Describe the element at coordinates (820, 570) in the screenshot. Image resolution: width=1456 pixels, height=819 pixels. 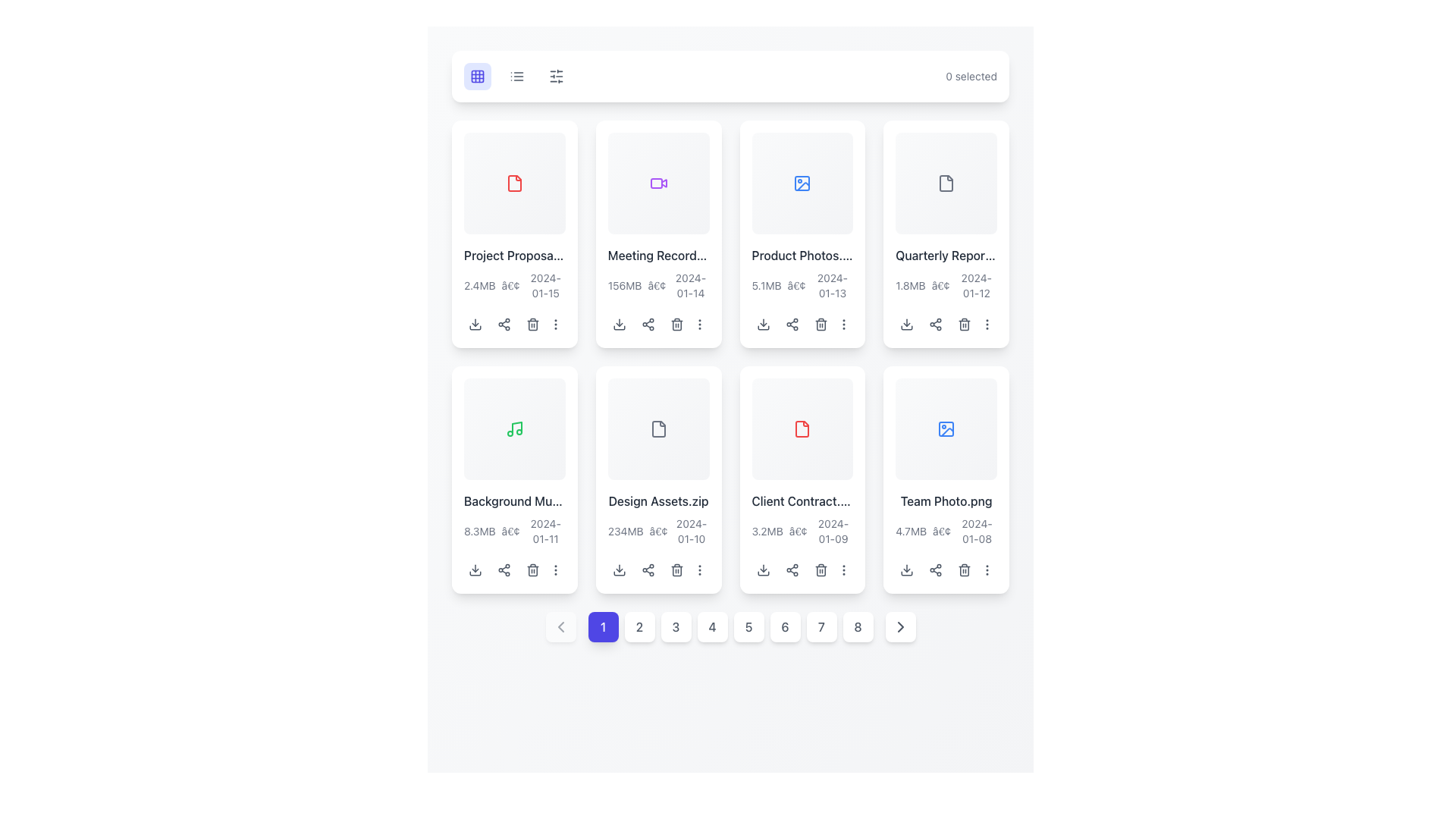
I see `the trash bin icon button located at the bottom-right corner of the 'Client Contract' file card` at that location.